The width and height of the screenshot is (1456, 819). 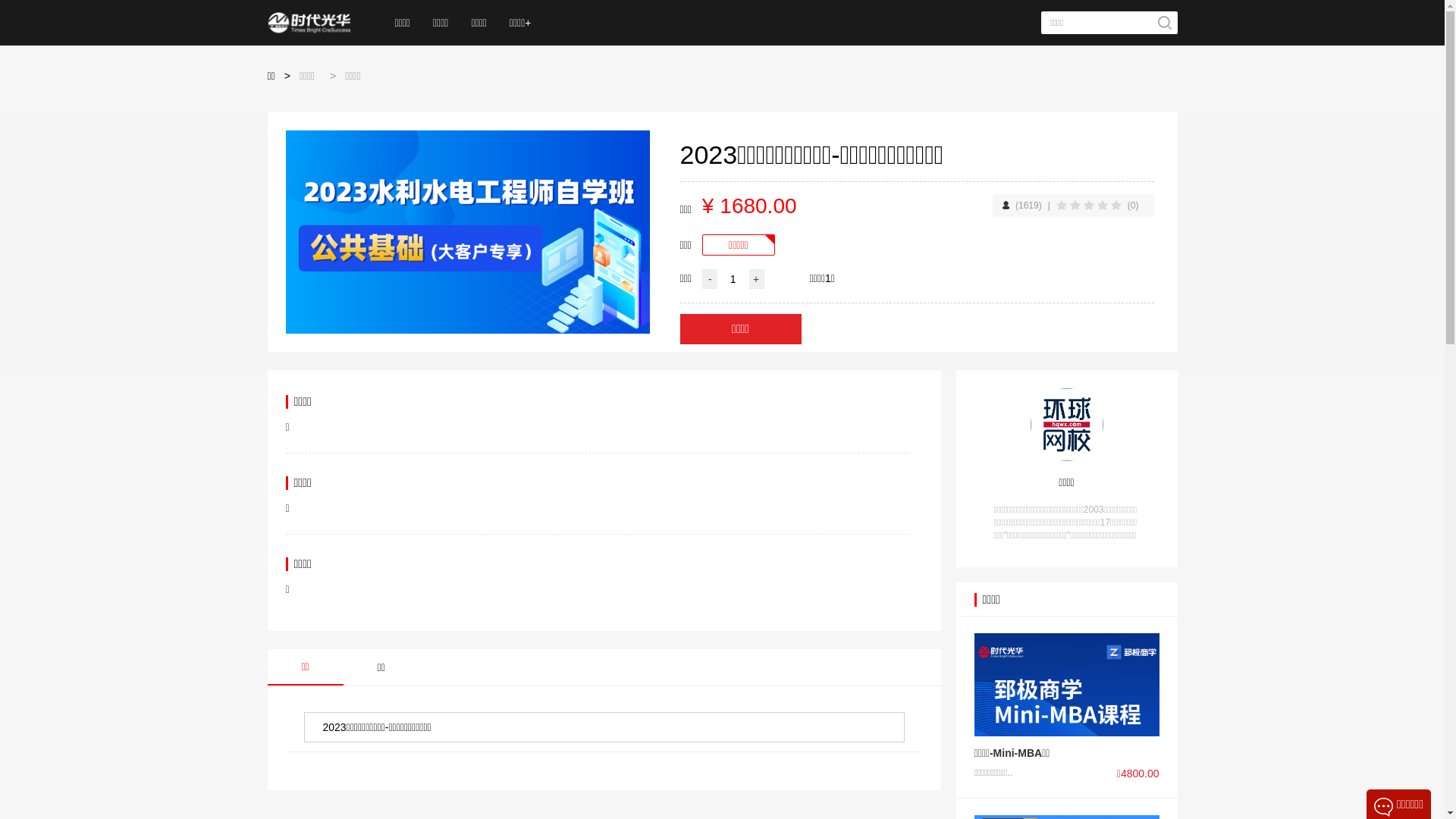 What do you see at coordinates (757, 278) in the screenshot?
I see `'+'` at bounding box center [757, 278].